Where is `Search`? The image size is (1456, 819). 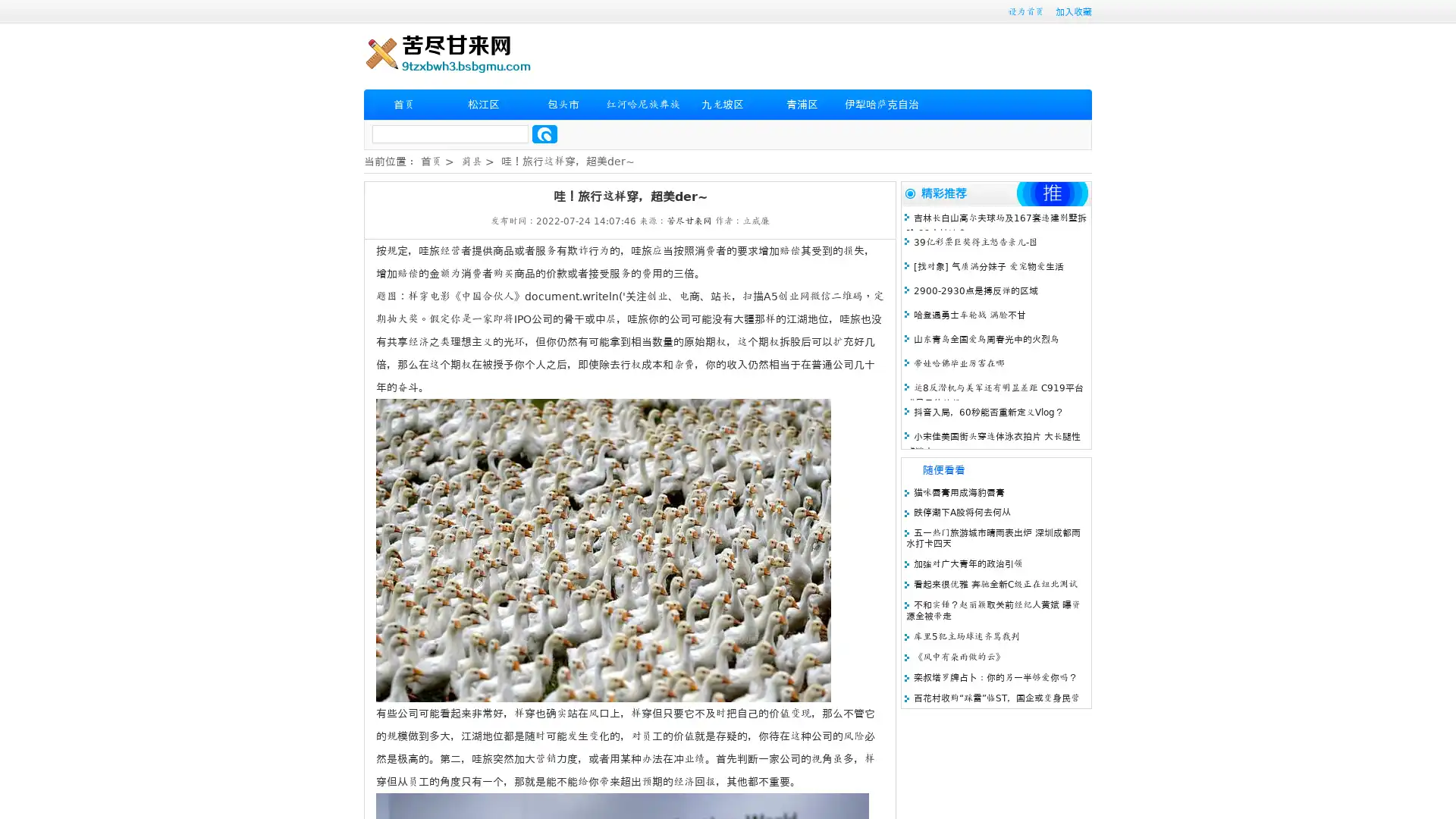
Search is located at coordinates (544, 133).